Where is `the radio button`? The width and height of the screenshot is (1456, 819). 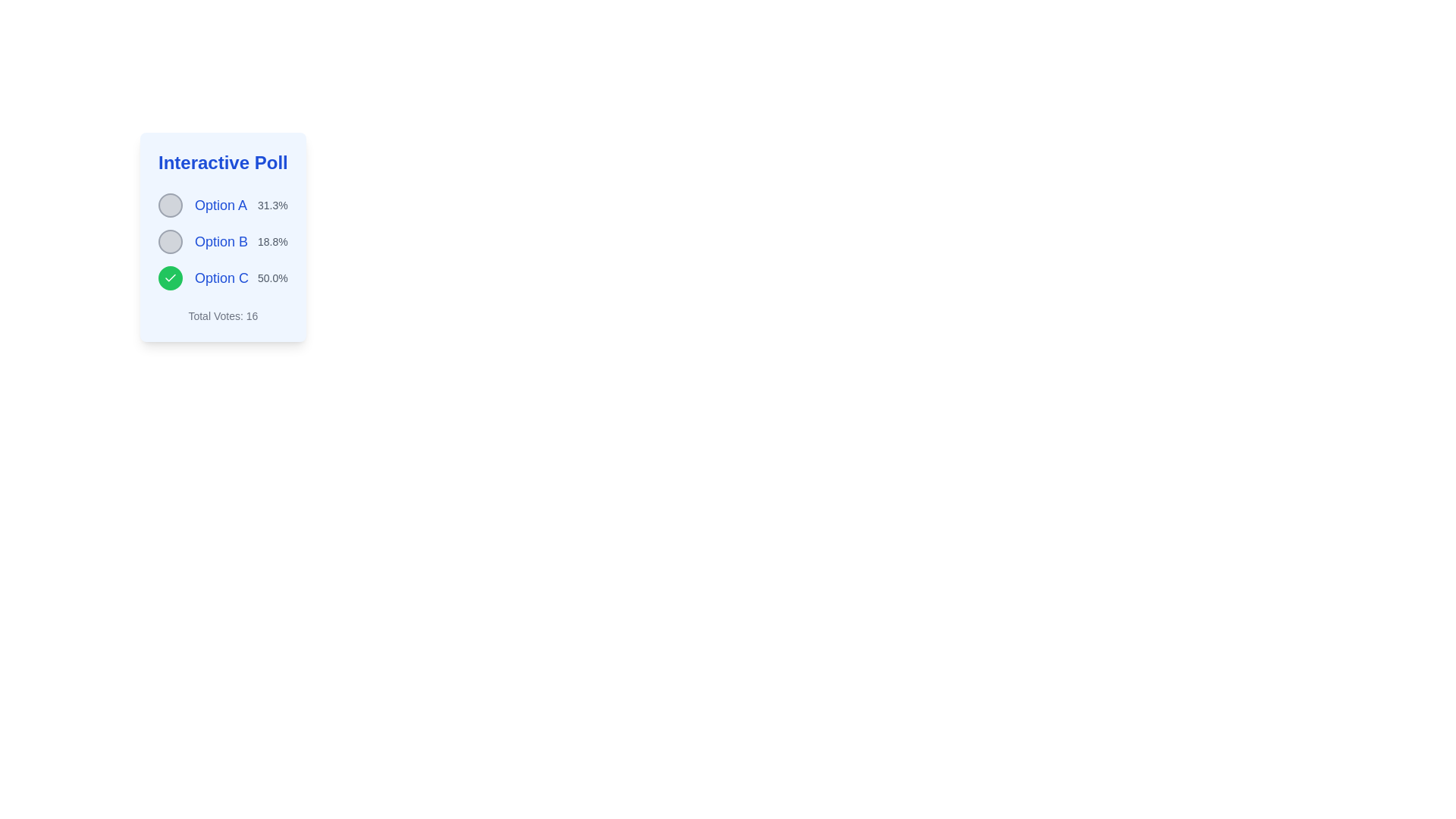
the radio button is located at coordinates (171, 241).